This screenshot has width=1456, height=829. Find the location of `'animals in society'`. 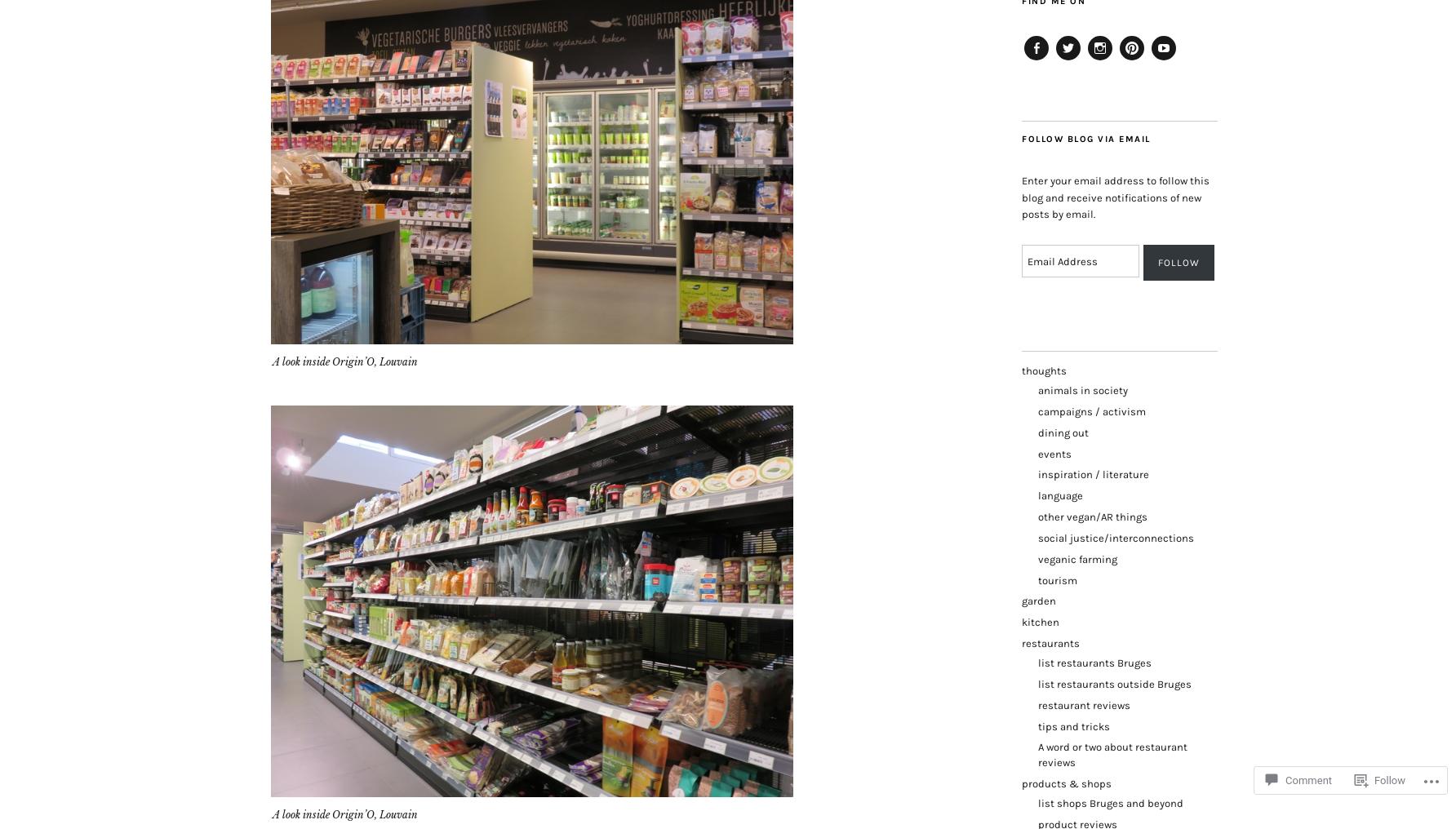

'animals in society' is located at coordinates (1081, 390).